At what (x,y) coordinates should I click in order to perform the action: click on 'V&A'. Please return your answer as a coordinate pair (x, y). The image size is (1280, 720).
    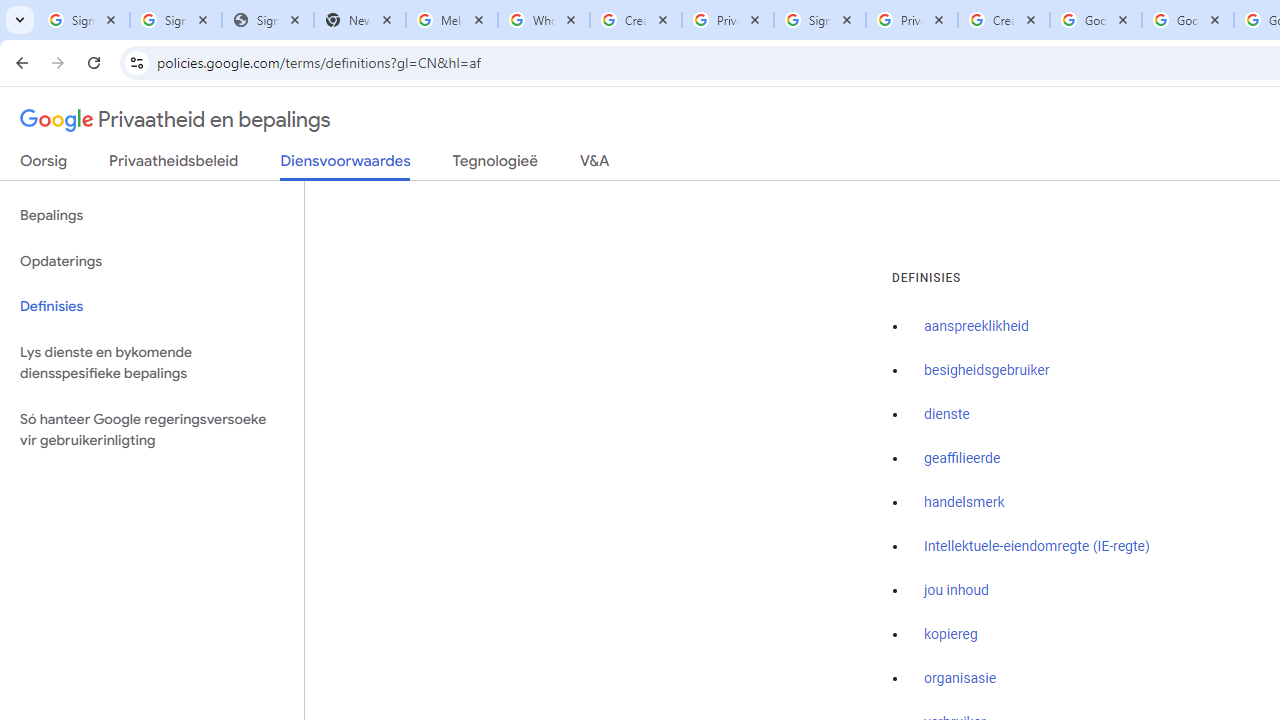
    Looking at the image, I should click on (593, 164).